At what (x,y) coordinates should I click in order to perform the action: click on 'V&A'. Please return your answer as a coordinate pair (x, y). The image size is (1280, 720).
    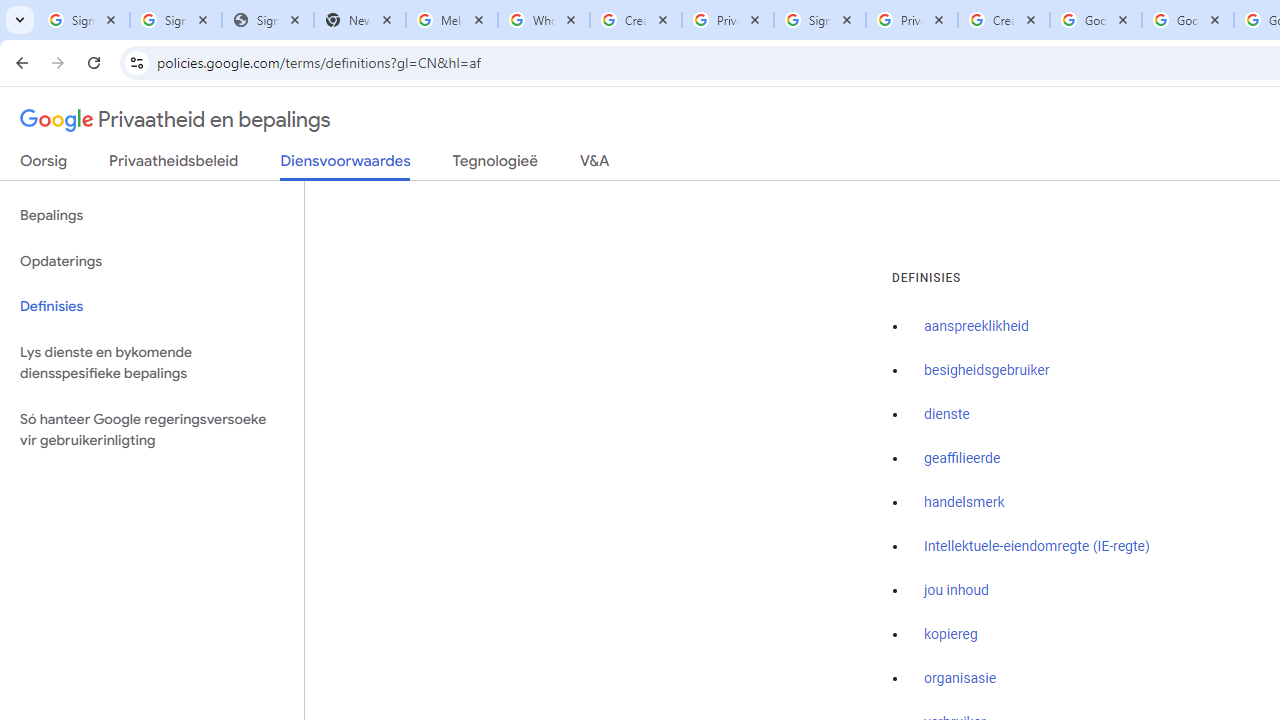
    Looking at the image, I should click on (593, 164).